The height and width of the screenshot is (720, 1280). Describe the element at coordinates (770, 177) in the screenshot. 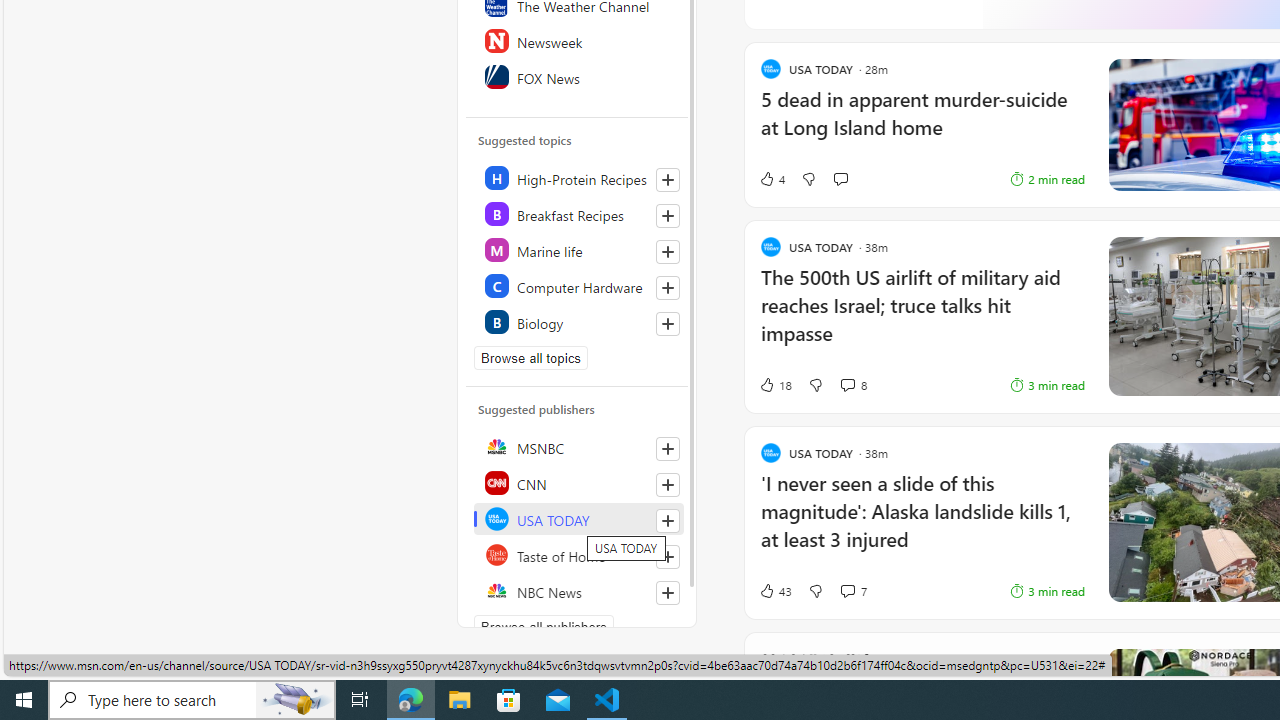

I see `'4 Like'` at that location.